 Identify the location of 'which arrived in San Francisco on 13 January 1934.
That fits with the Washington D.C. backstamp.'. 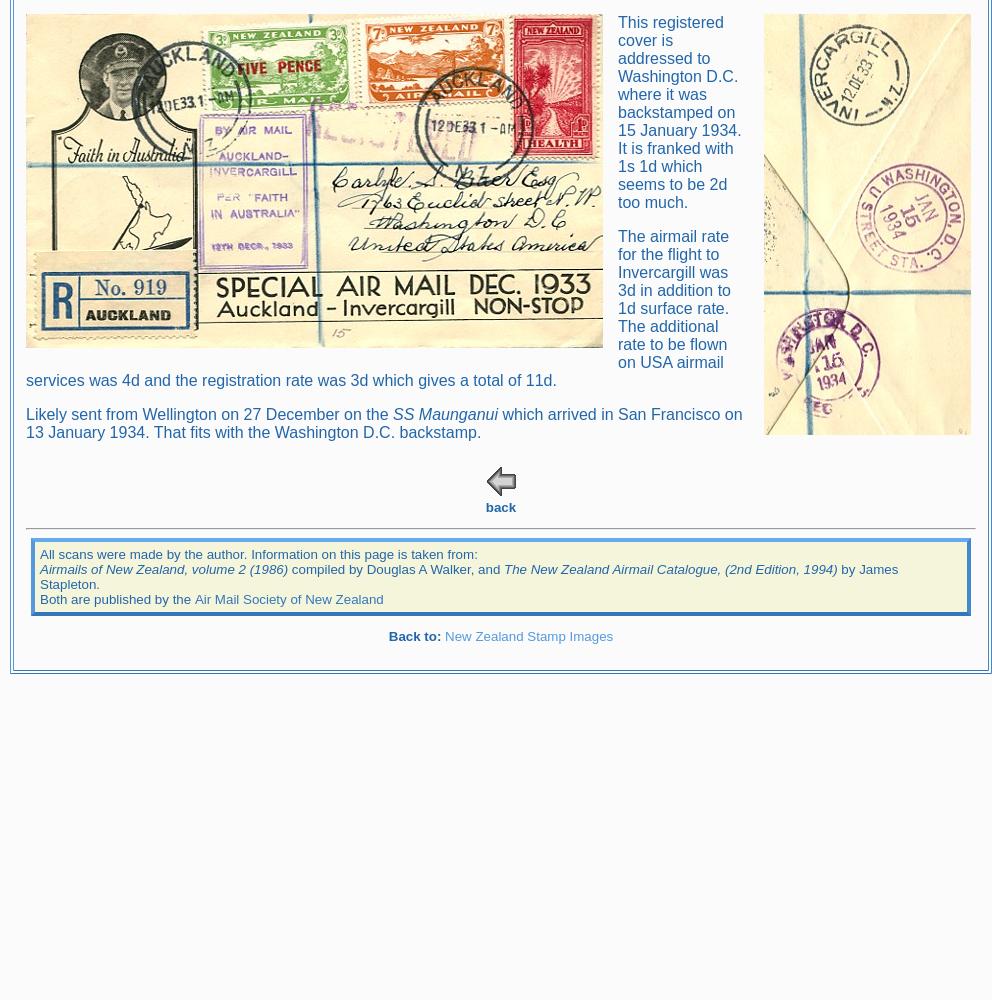
(24, 422).